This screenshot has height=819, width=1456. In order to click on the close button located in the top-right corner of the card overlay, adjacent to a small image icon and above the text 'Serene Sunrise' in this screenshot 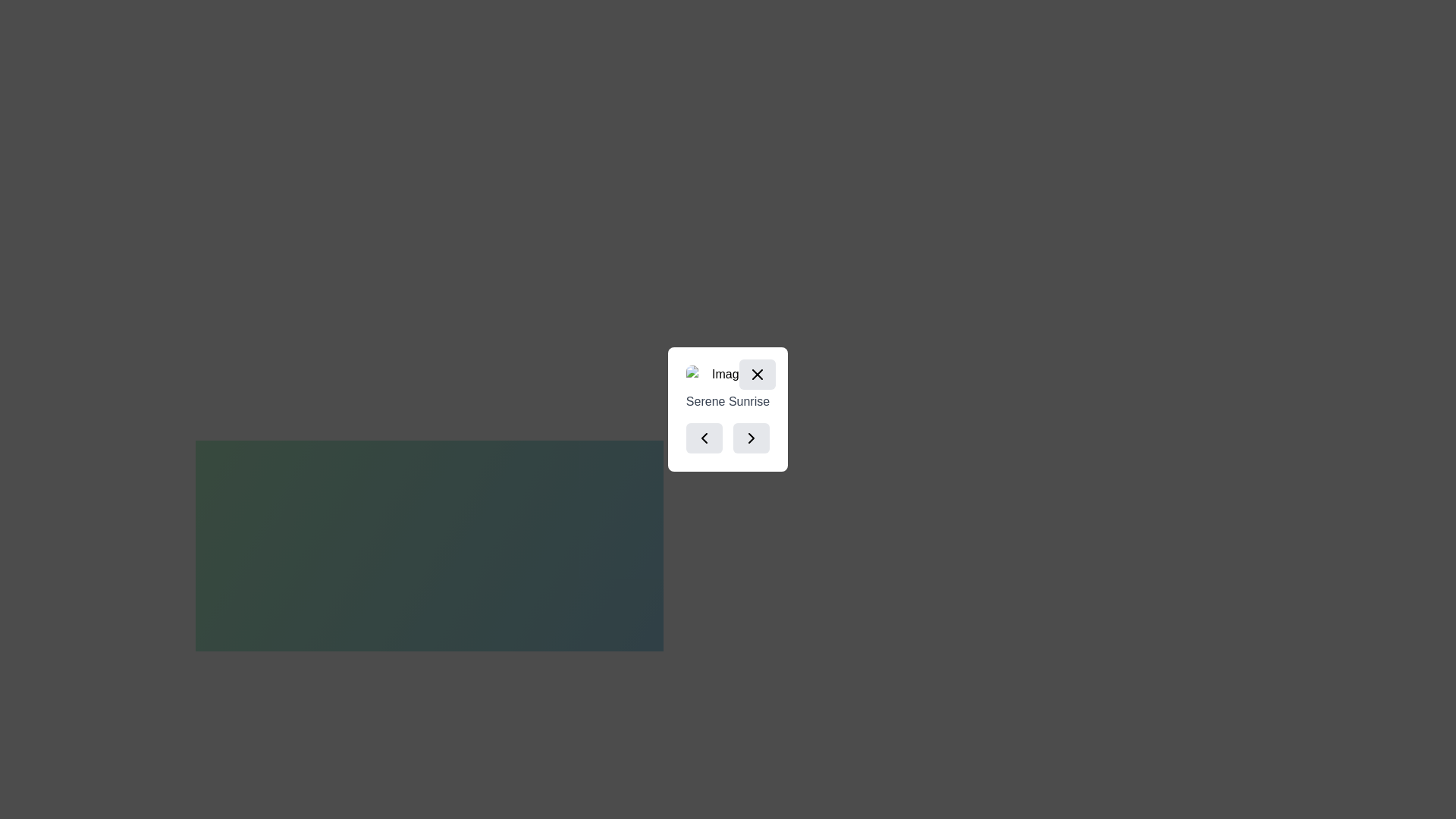, I will do `click(758, 374)`.